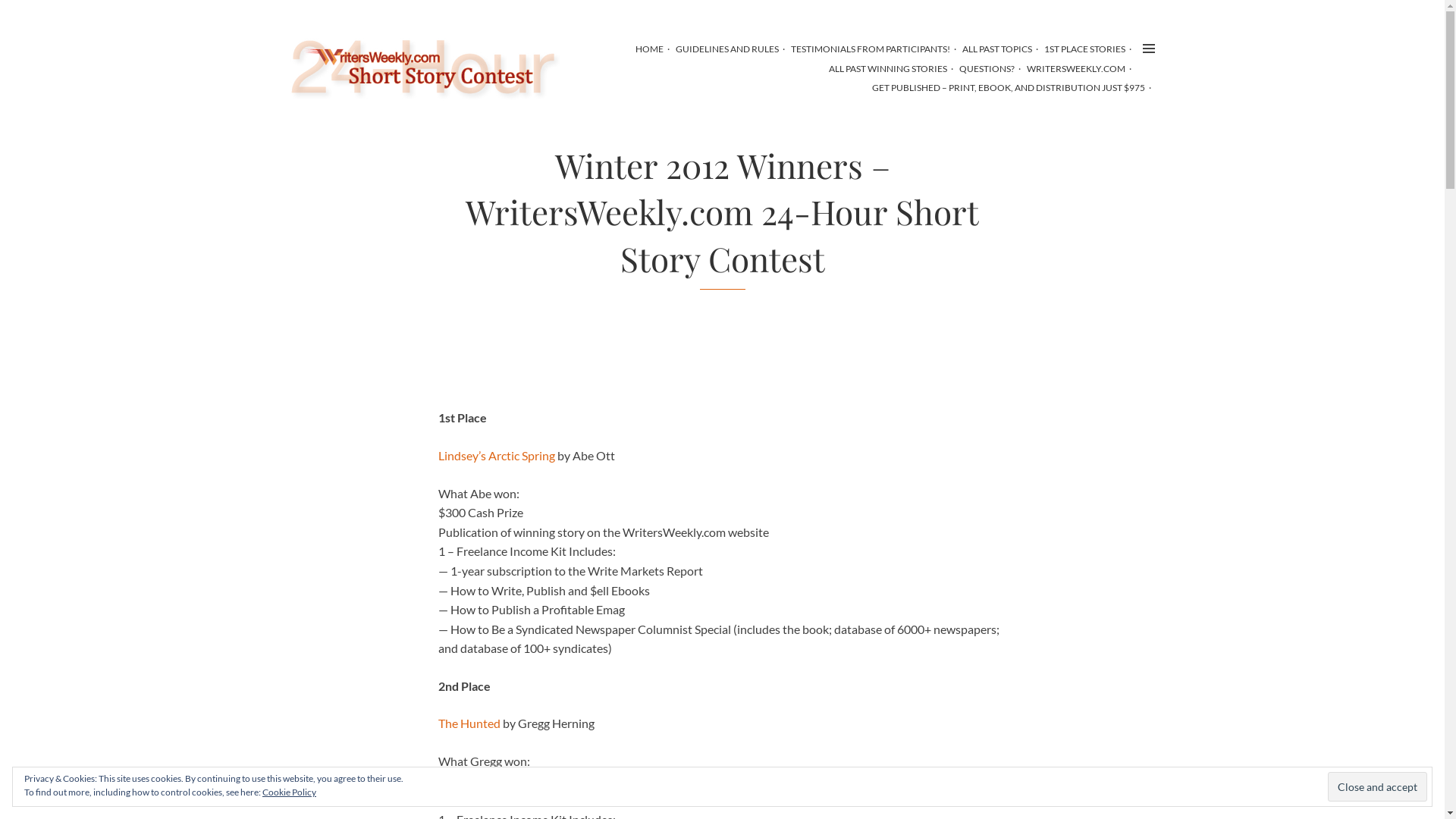  What do you see at coordinates (1083, 48) in the screenshot?
I see `'1ST PLACE STORIES'` at bounding box center [1083, 48].